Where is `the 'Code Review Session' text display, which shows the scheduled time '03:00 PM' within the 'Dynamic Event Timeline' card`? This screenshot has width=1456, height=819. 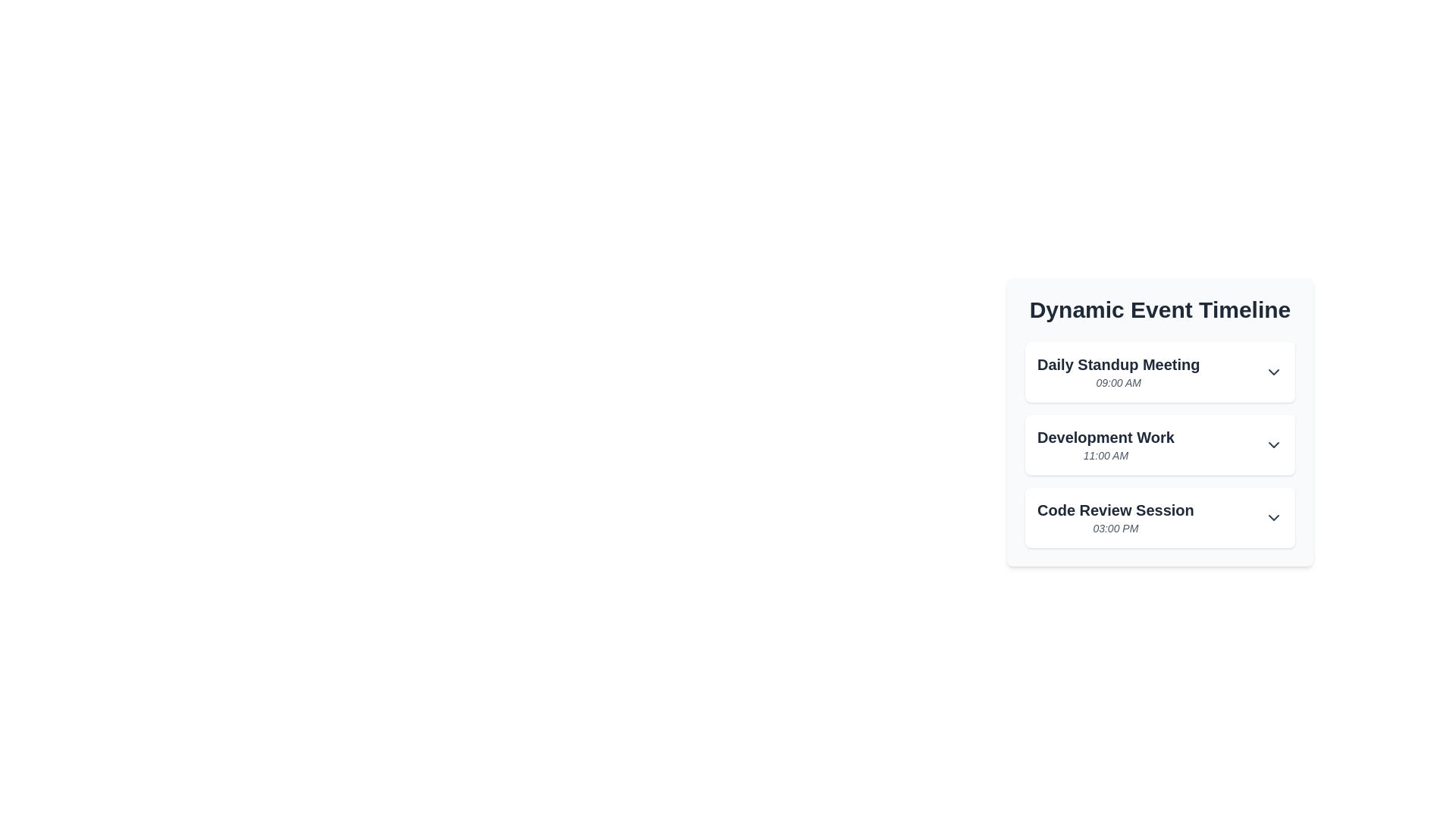
the 'Code Review Session' text display, which shows the scheduled time '03:00 PM' within the 'Dynamic Event Timeline' card is located at coordinates (1116, 516).